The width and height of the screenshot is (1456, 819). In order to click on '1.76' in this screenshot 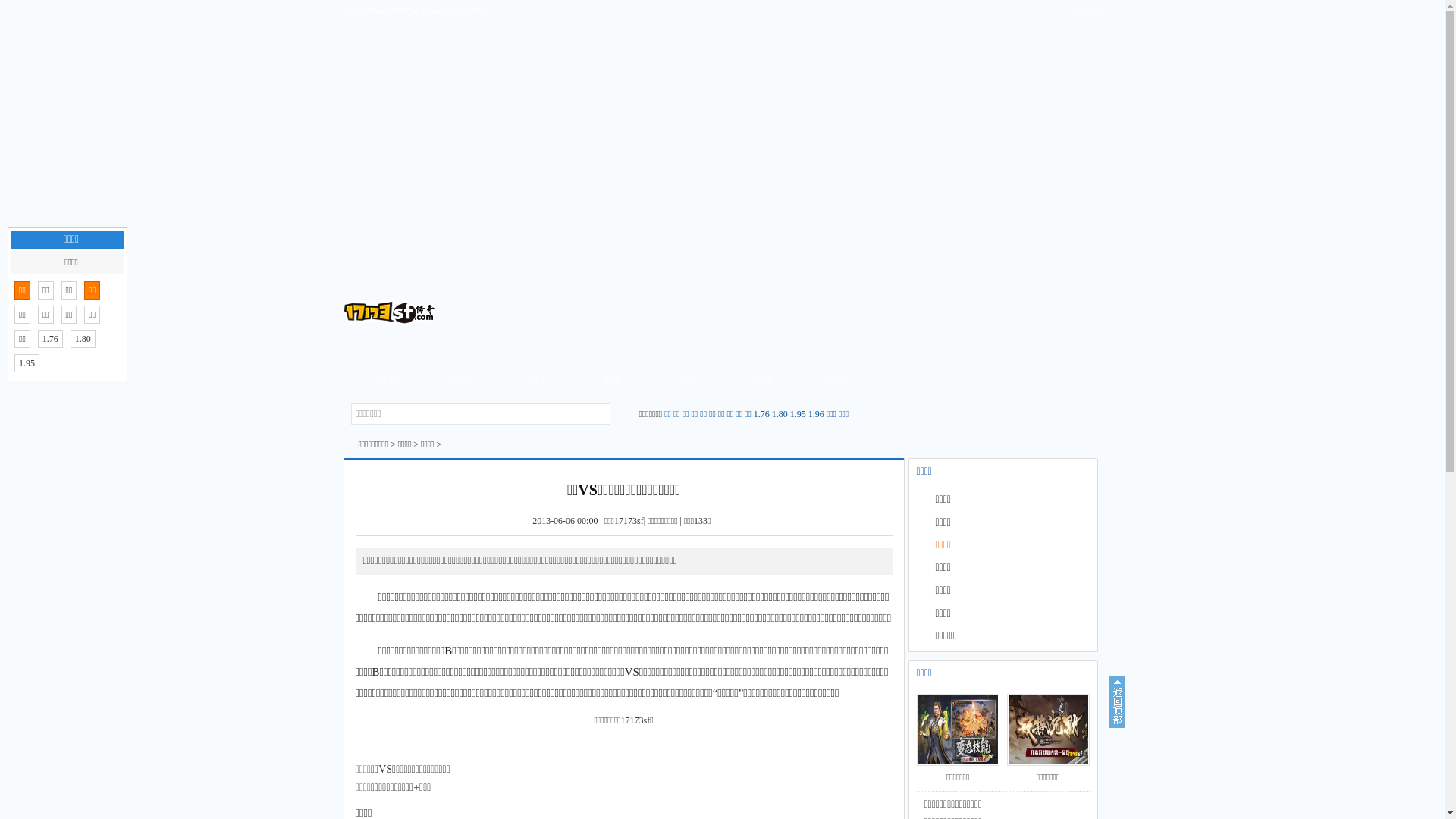, I will do `click(50, 338)`.